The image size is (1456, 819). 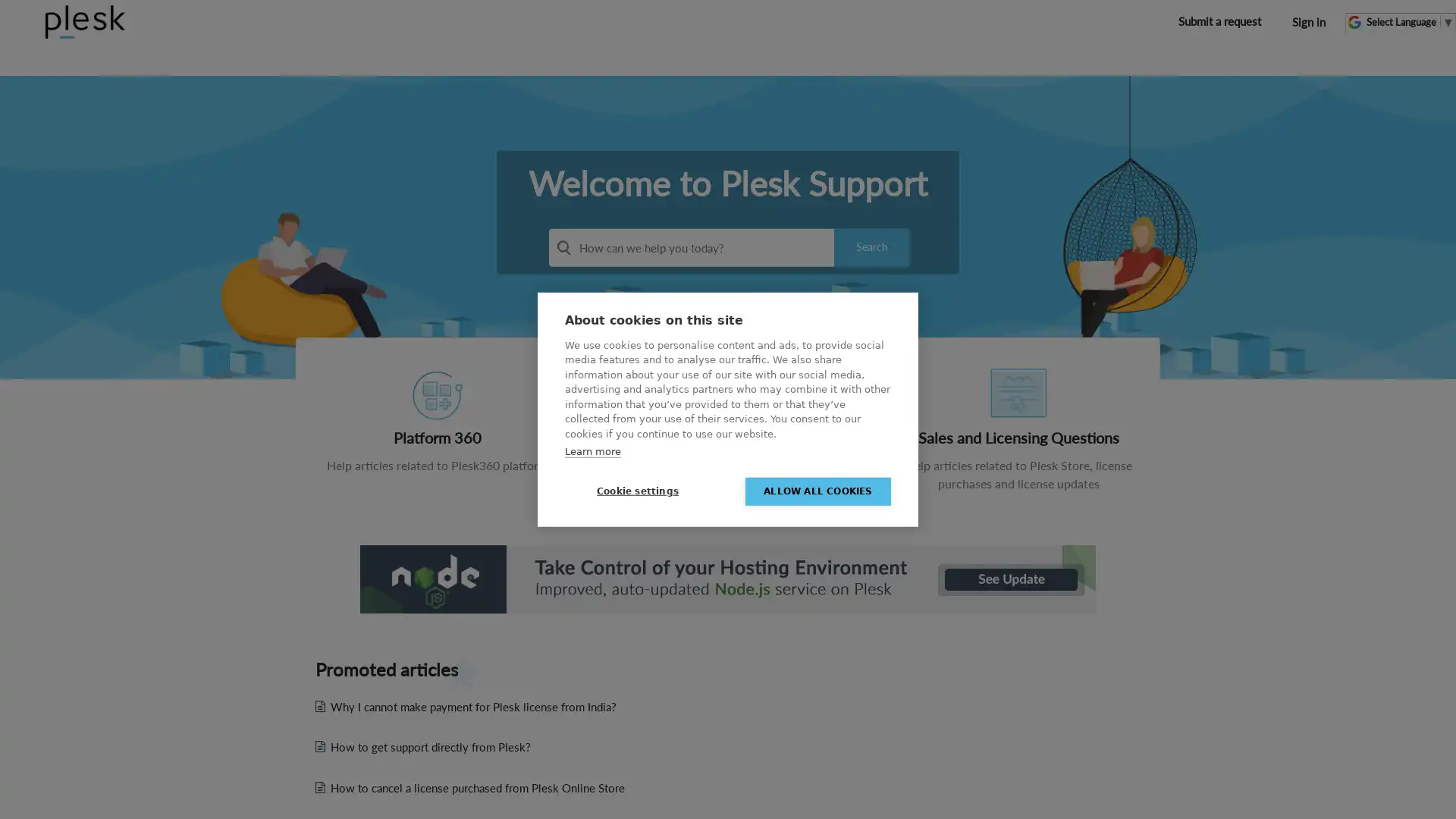 I want to click on ALLOW ALL COOKIES, so click(x=817, y=491).